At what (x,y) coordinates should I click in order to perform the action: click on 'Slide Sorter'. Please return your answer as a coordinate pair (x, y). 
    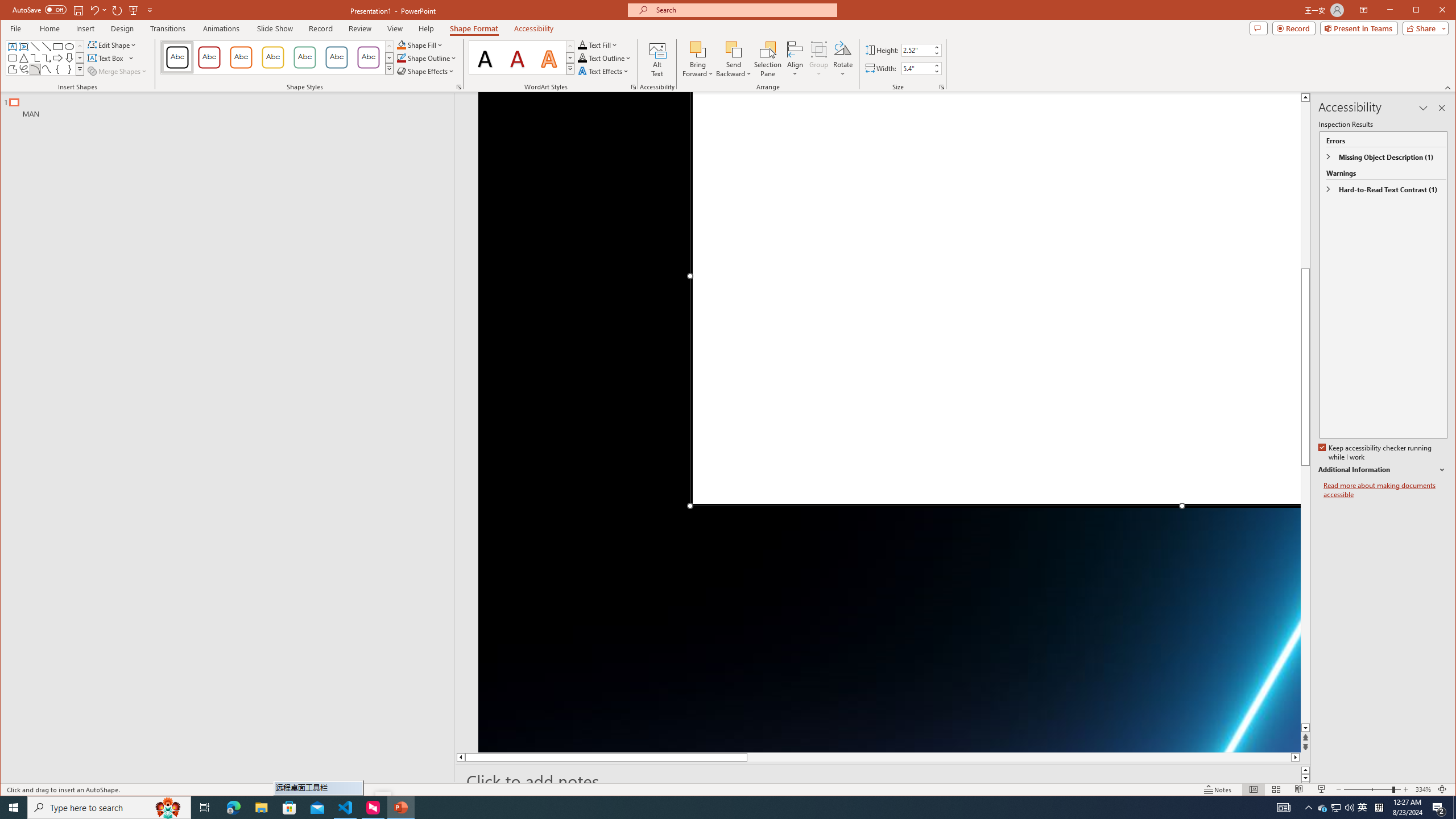
    Looking at the image, I should click on (1275, 789).